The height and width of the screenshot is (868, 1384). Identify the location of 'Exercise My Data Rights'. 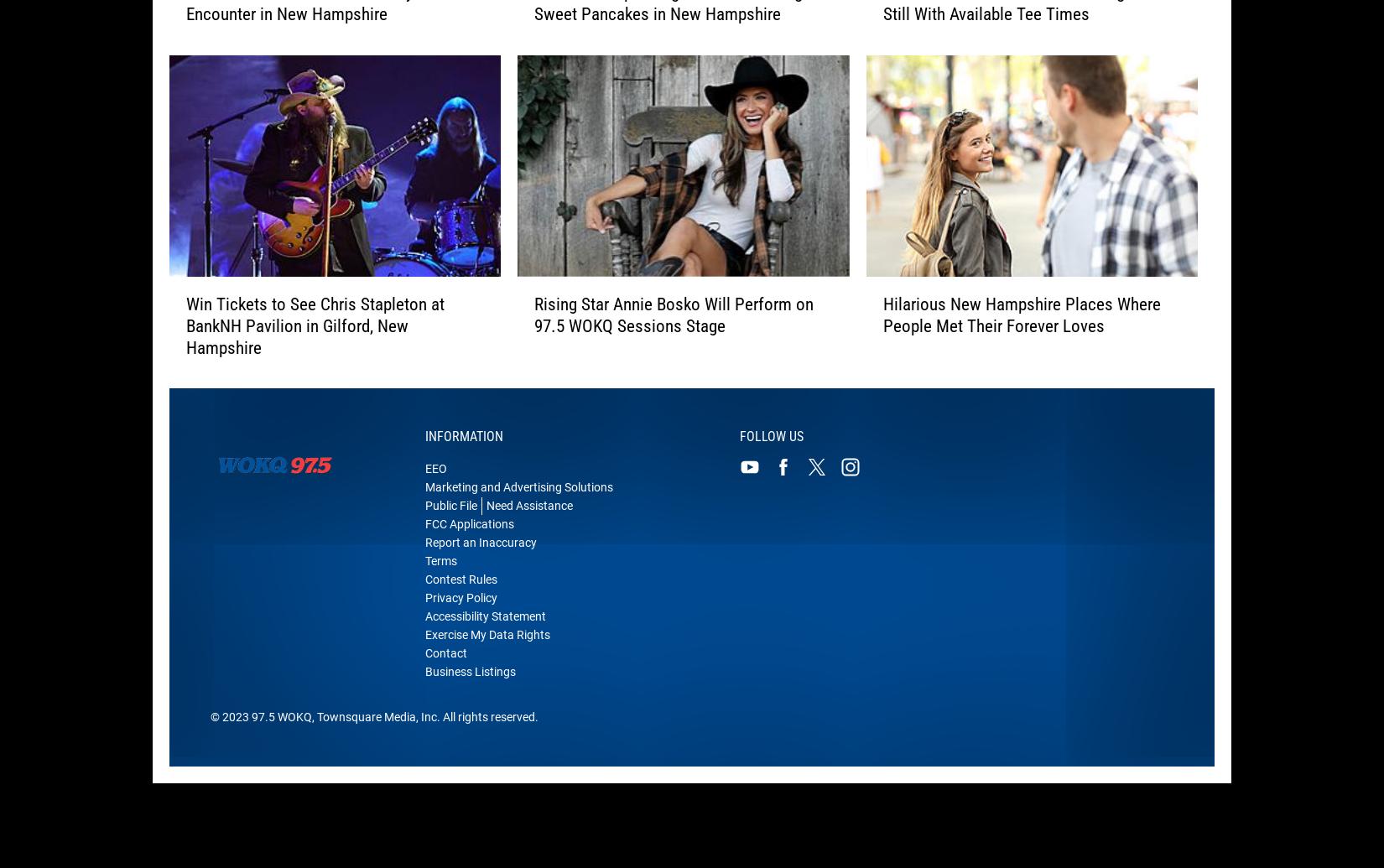
(486, 645).